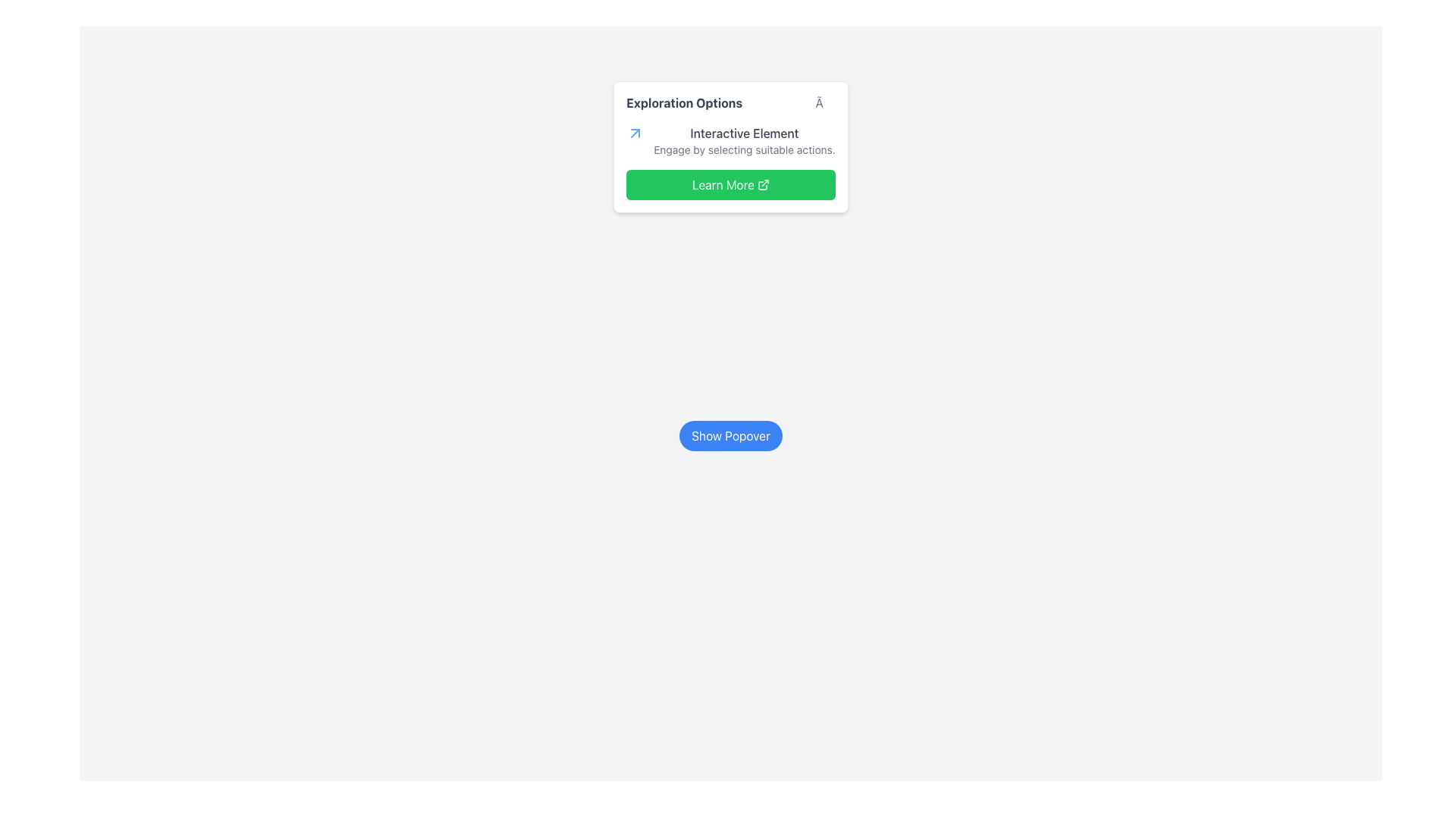 The height and width of the screenshot is (819, 1456). Describe the element at coordinates (731, 184) in the screenshot. I see `the green 'Learn More' button with rounded corners located at the bottom of the 'Exploration Options' pop-up` at that location.